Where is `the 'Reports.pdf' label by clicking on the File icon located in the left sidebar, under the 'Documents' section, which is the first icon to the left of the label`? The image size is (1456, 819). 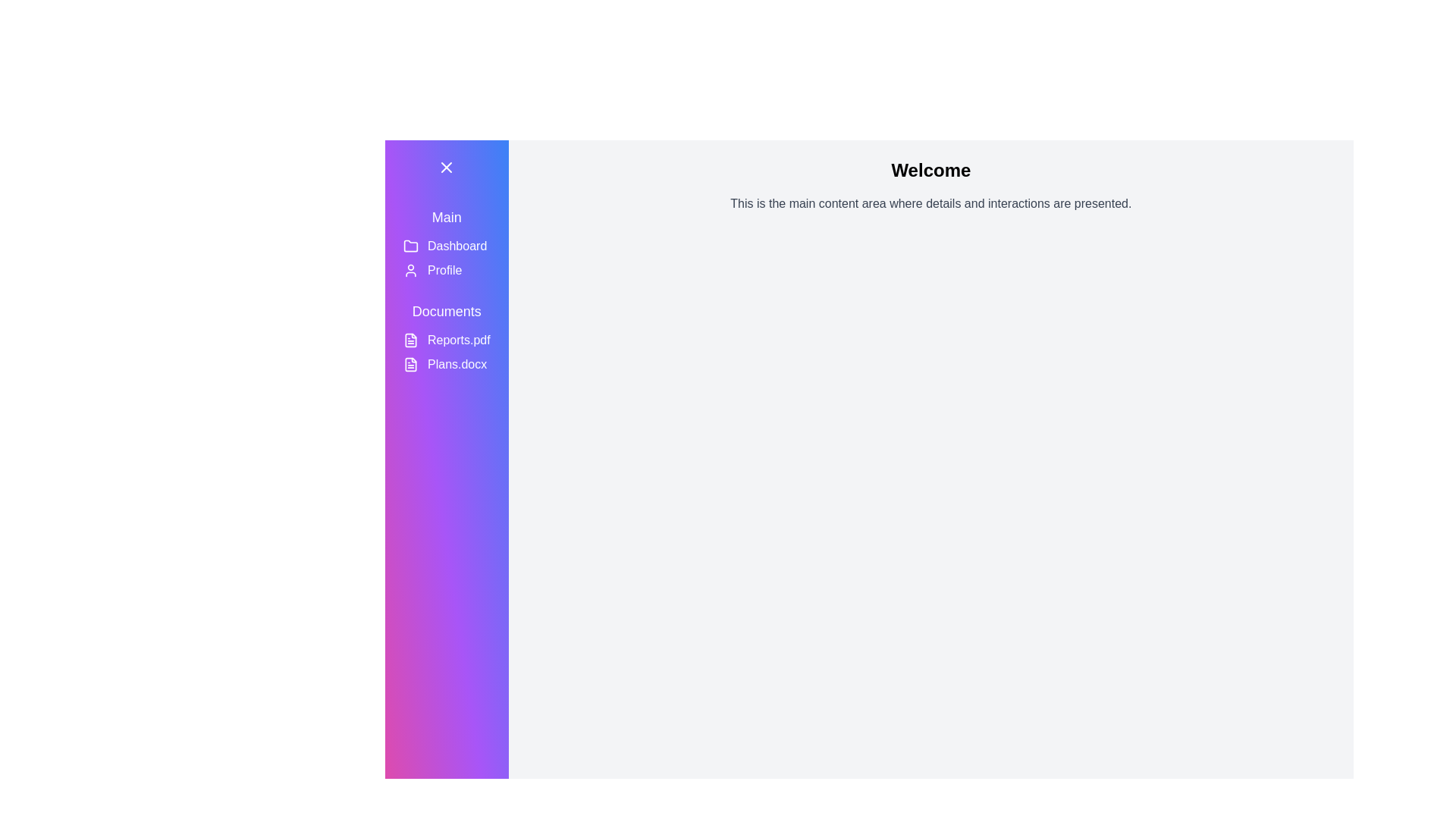 the 'Reports.pdf' label by clicking on the File icon located in the left sidebar, under the 'Documents' section, which is the first icon to the left of the label is located at coordinates (411, 339).